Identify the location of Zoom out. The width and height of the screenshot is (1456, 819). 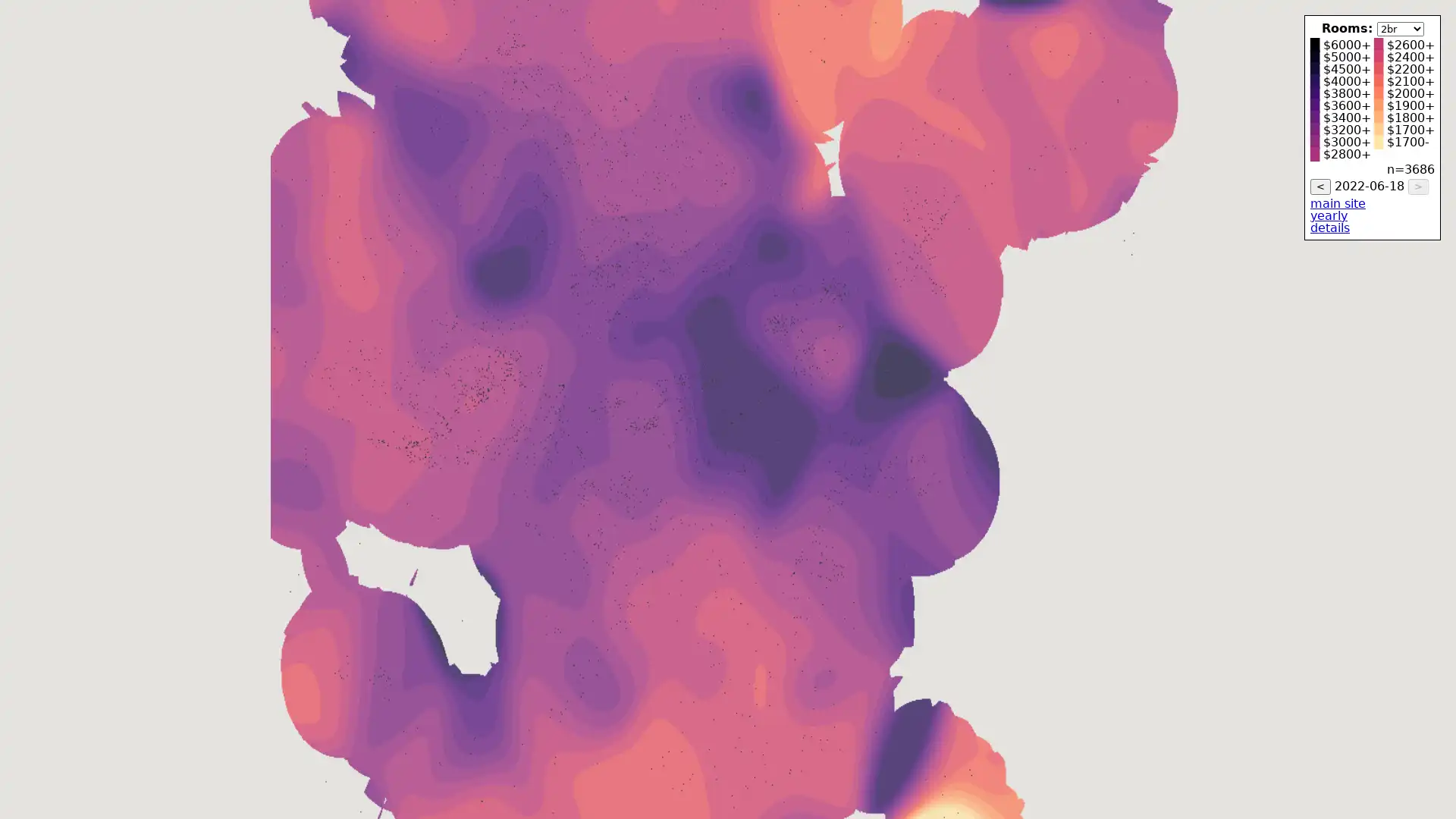
(1432, 785).